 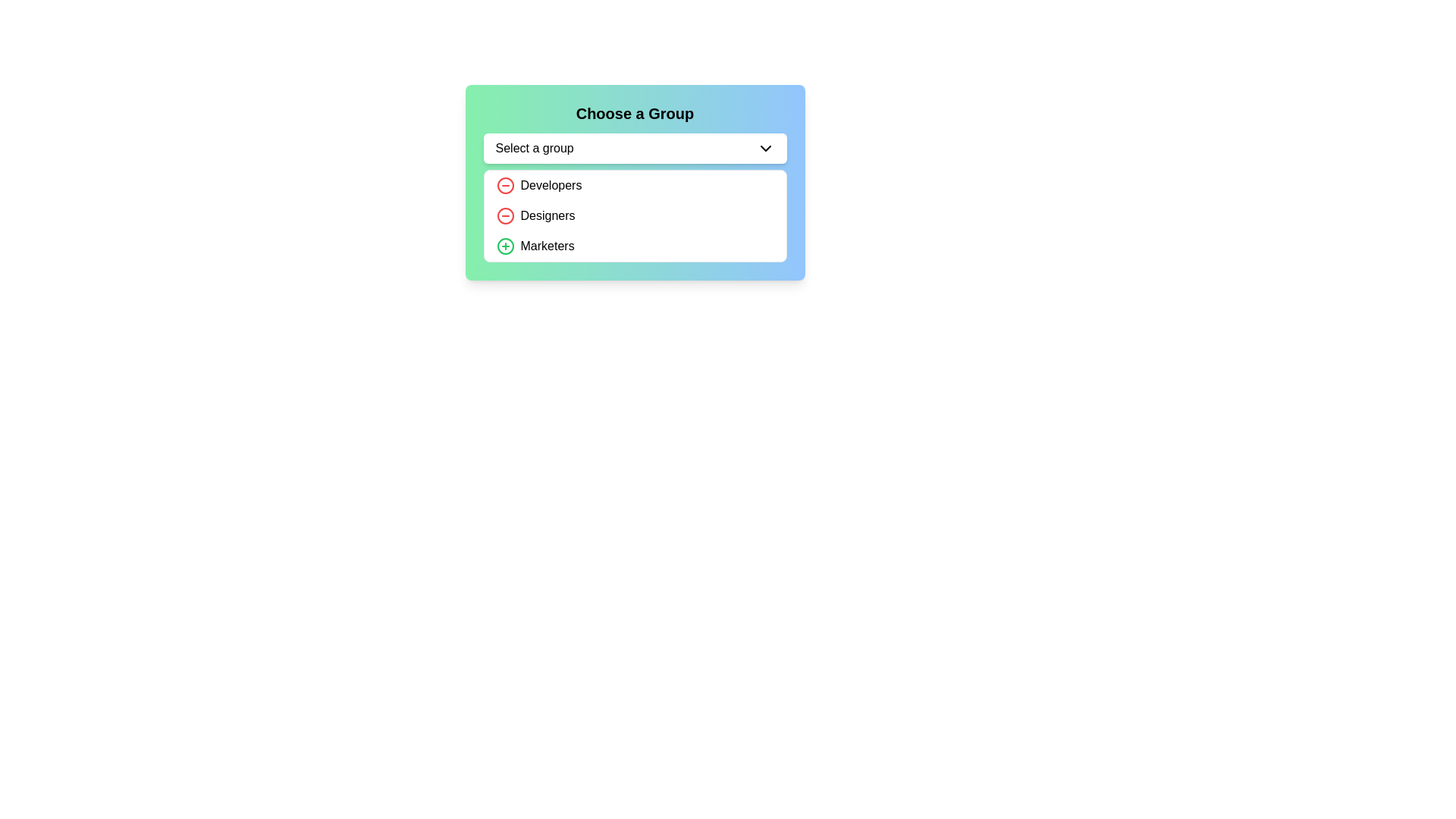 What do you see at coordinates (635, 149) in the screenshot?
I see `the Dropdown menu trigger labeled 'Select a group' to indicate focus` at bounding box center [635, 149].